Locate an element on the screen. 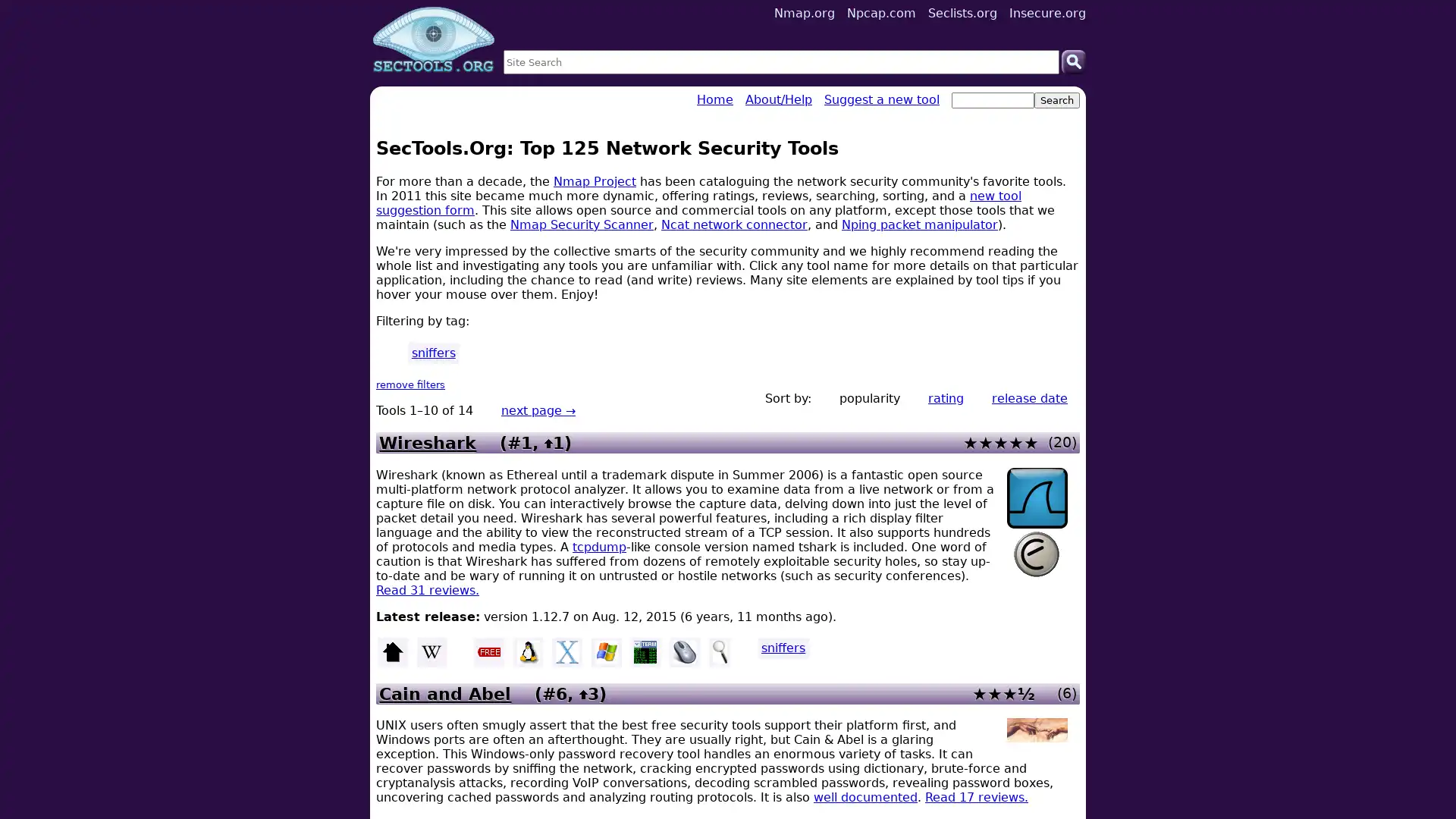 This screenshot has height=819, width=1456. Search is located at coordinates (1056, 100).